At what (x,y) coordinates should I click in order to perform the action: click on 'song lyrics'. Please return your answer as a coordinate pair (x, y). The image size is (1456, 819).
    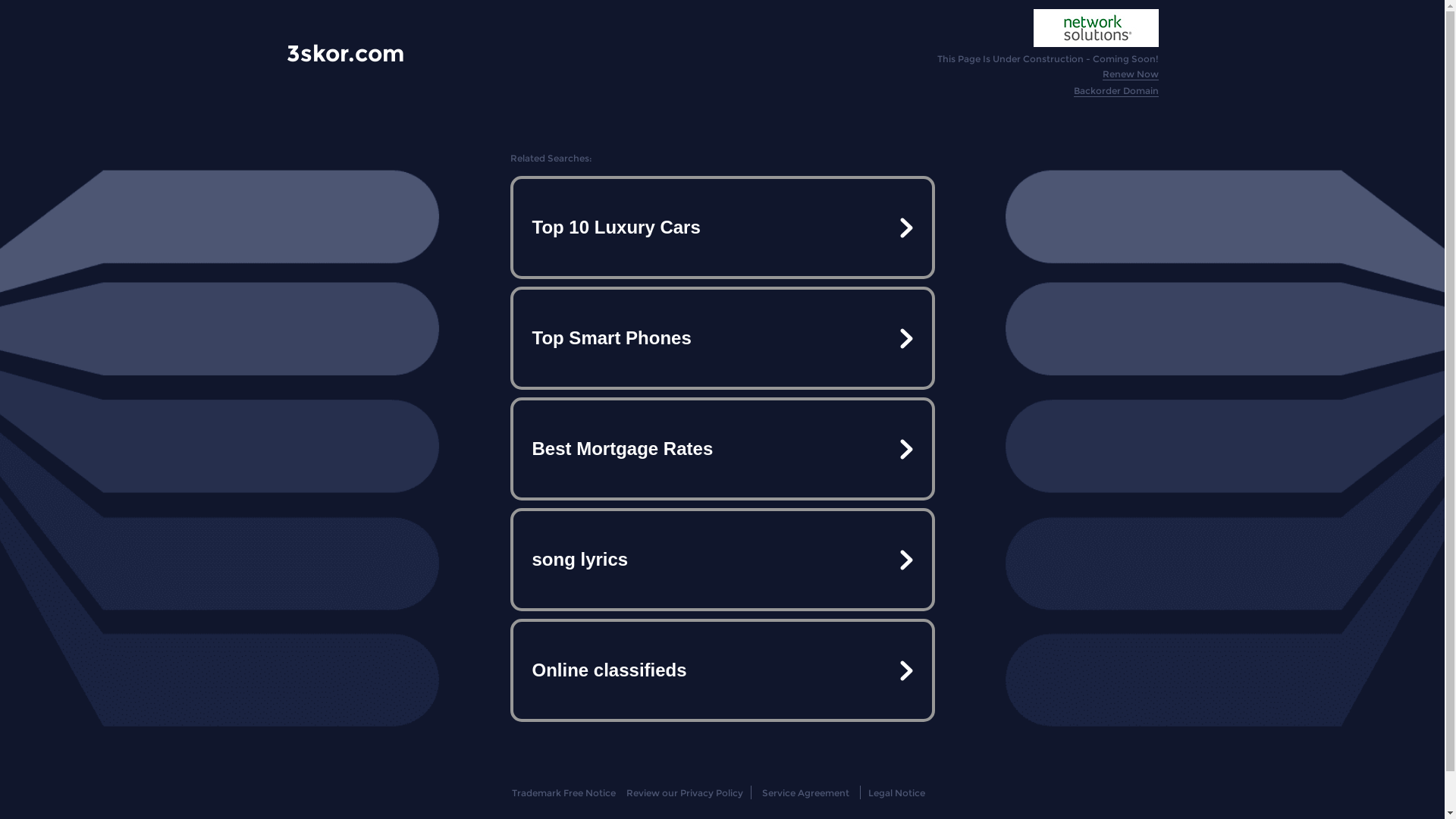
    Looking at the image, I should click on (720, 559).